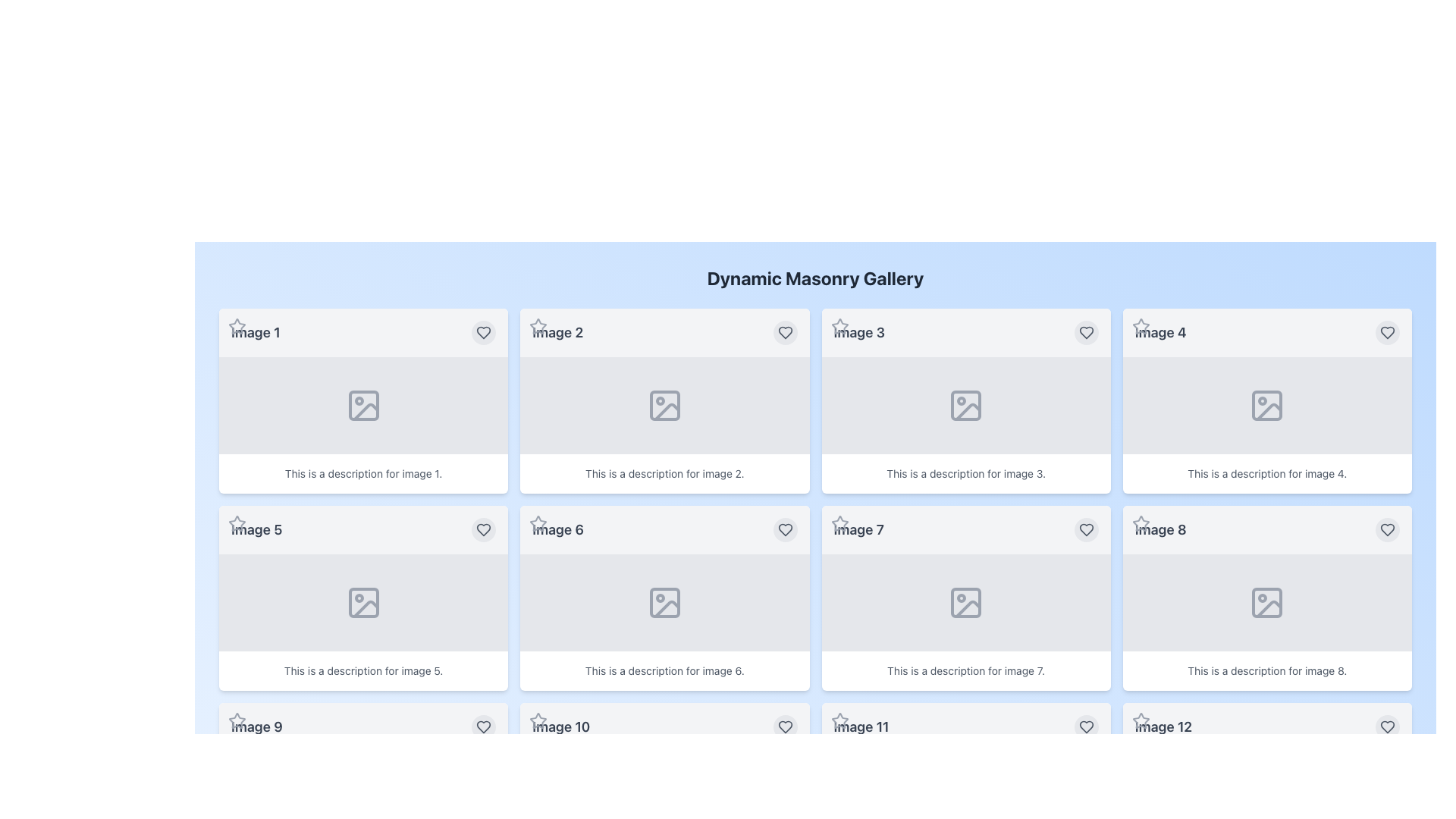  I want to click on the decorative vector graphic which is part of the sixth box in the gallery grid, specifically on the bottom half of the mountain shape, so click(667, 608).